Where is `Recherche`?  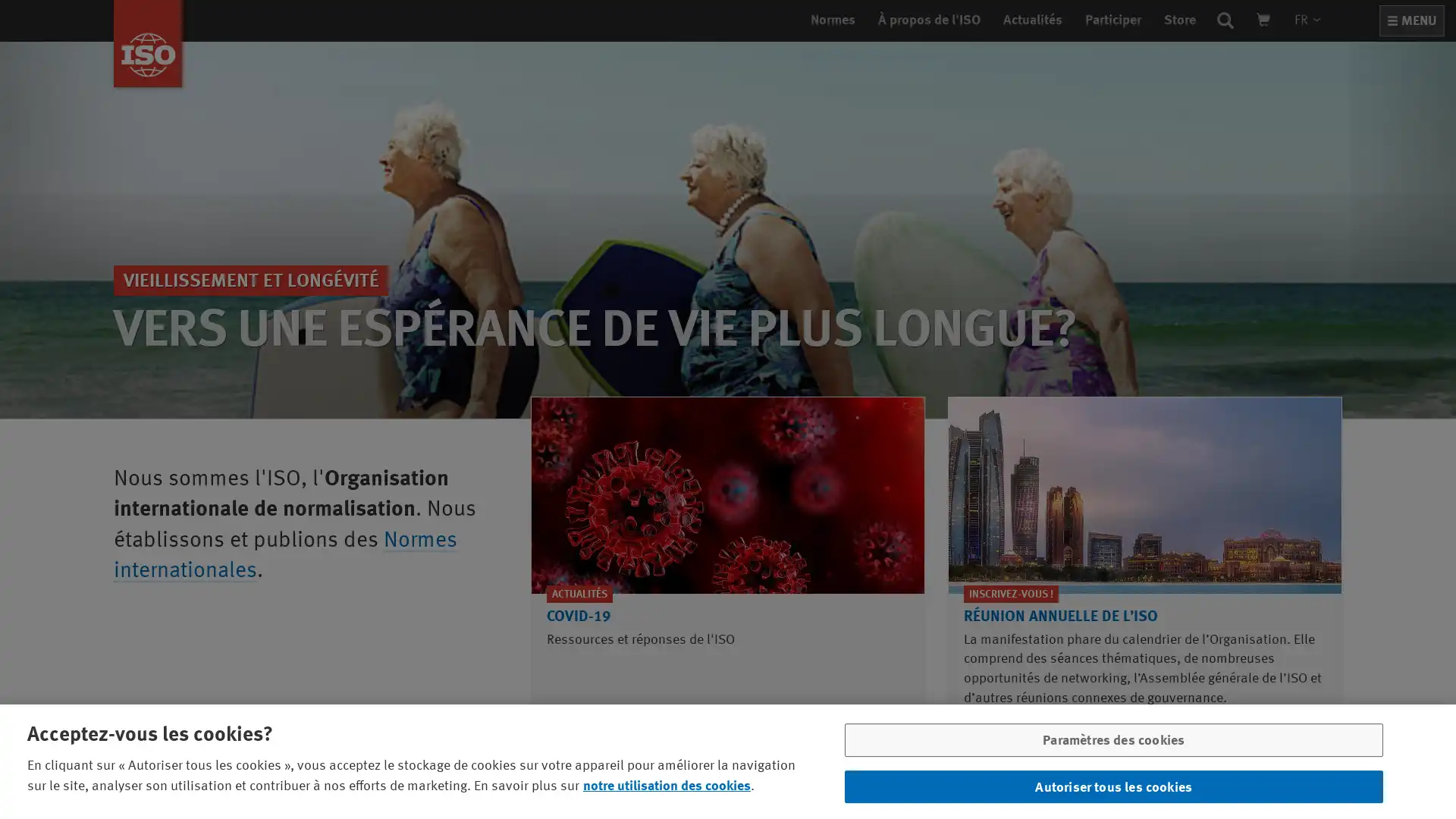
Recherche is located at coordinates (1225, 20).